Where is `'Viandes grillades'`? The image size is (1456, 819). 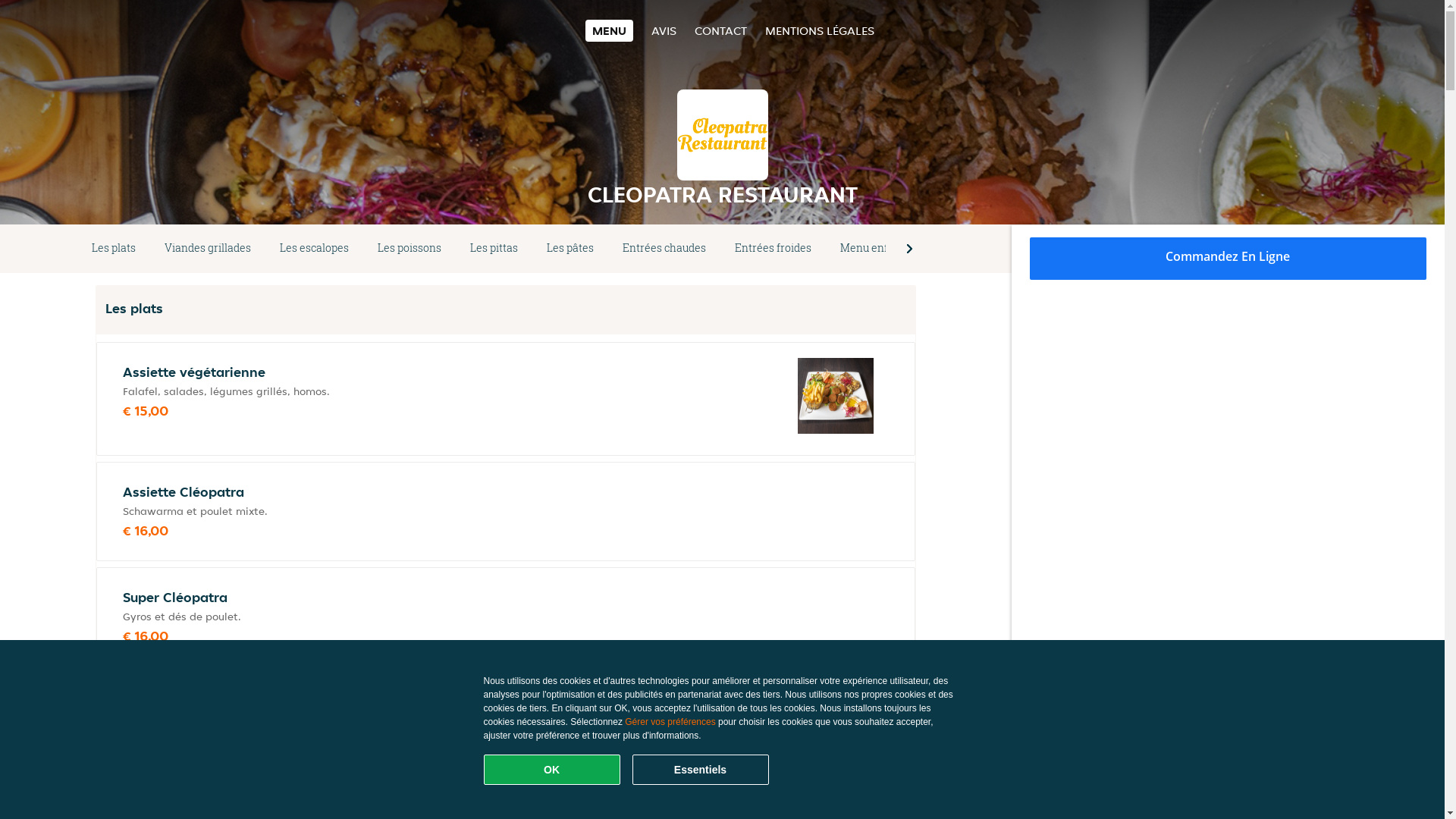
'Viandes grillades' is located at coordinates (149, 247).